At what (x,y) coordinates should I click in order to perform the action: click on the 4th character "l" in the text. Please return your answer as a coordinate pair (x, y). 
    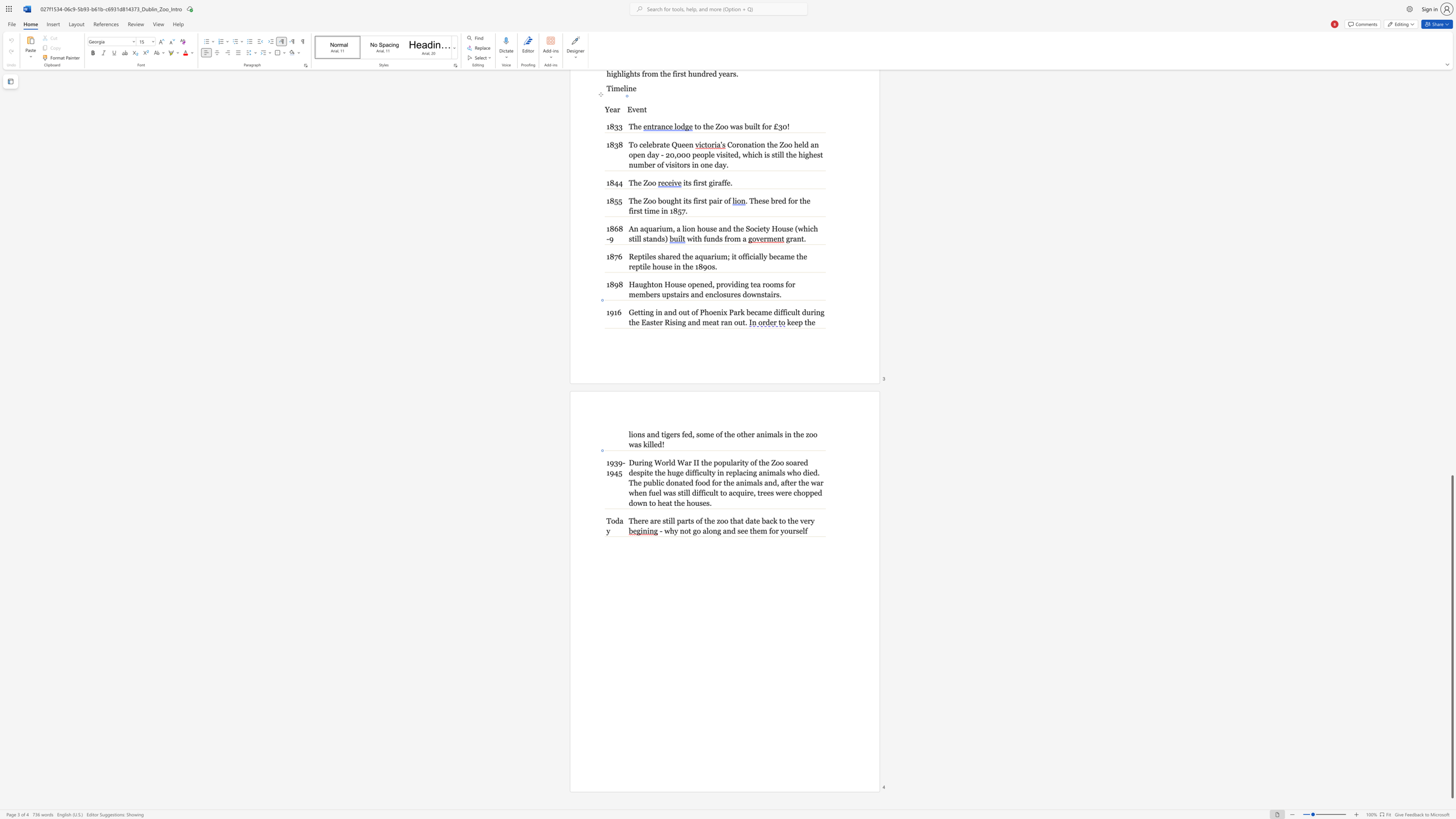
    Looking at the image, I should click on (652, 444).